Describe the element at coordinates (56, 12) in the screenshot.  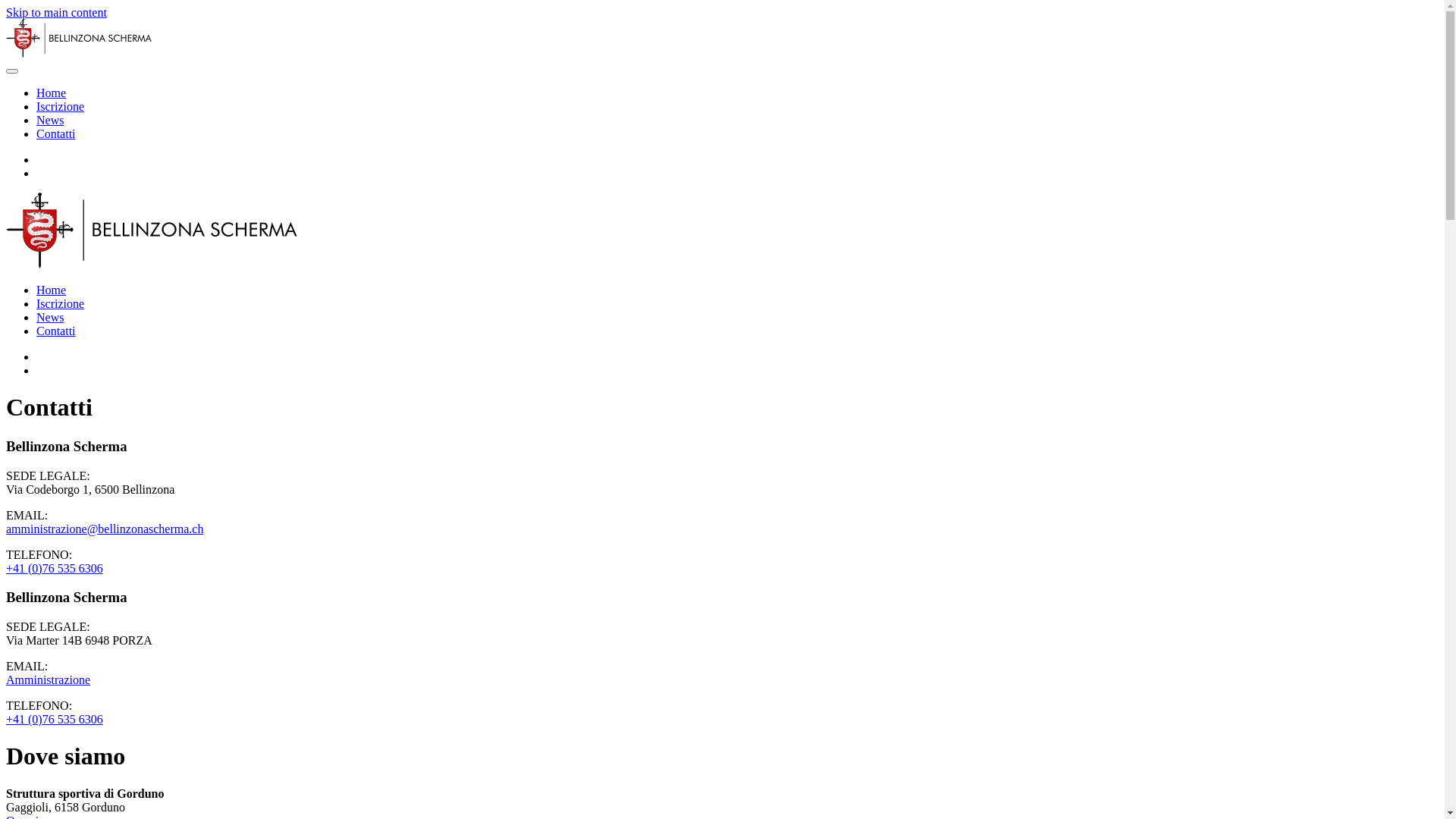
I see `'Skip to main content'` at that location.